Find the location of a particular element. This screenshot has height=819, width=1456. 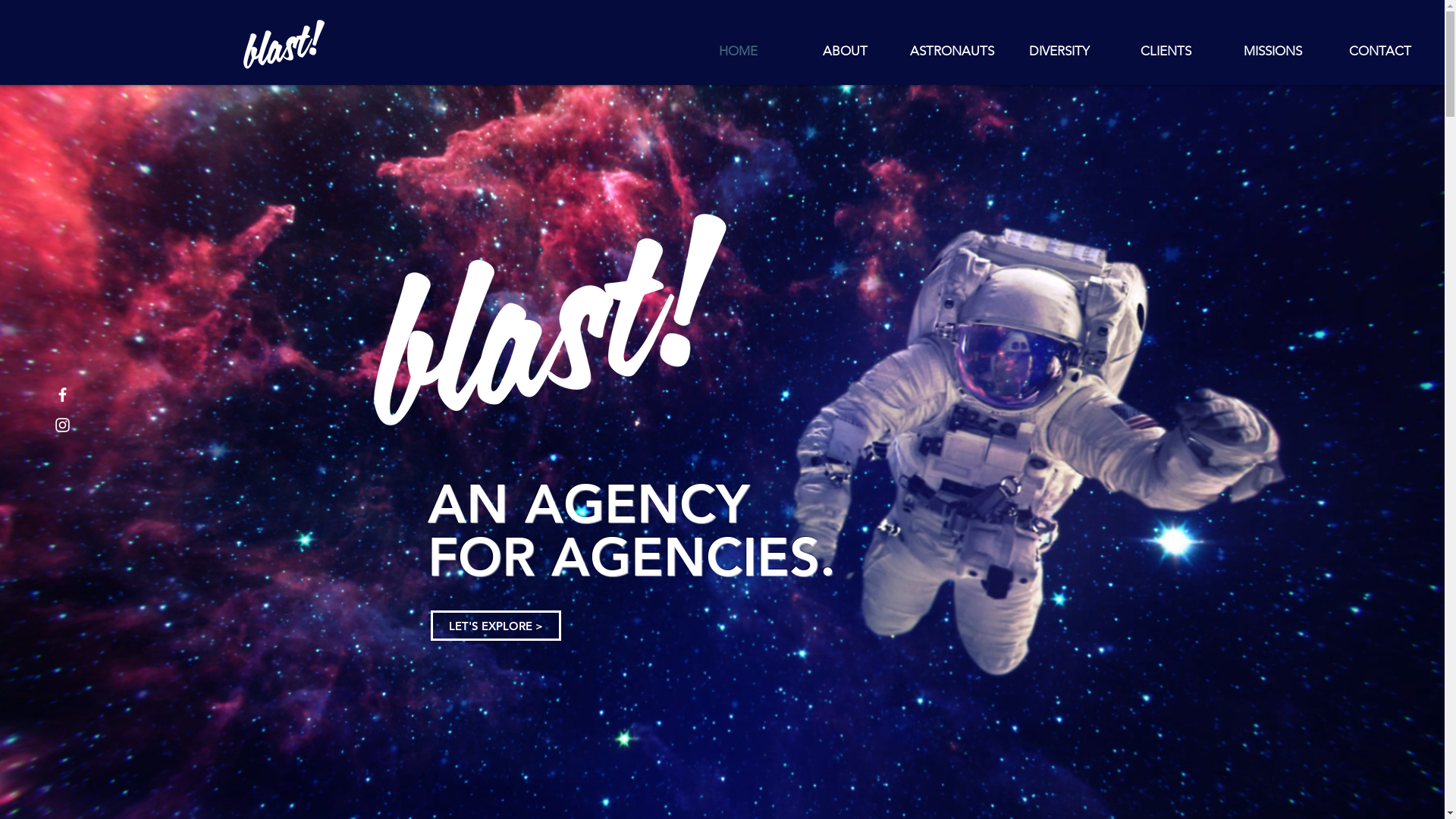

'CLIENTS' is located at coordinates (1165, 49).